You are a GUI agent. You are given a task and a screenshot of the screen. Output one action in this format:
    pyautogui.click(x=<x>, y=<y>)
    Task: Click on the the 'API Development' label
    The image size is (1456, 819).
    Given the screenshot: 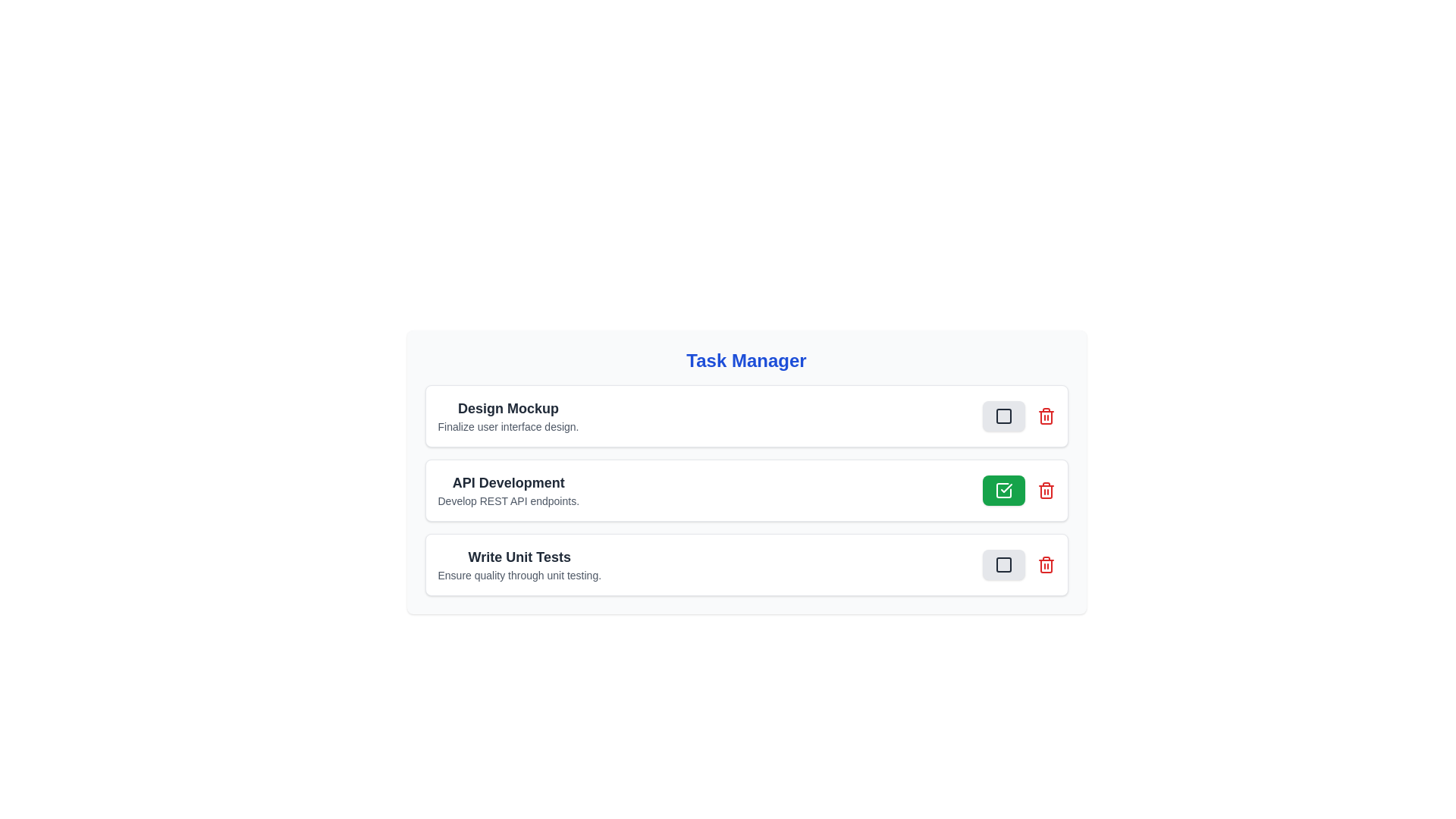 What is the action you would take?
    pyautogui.click(x=508, y=482)
    